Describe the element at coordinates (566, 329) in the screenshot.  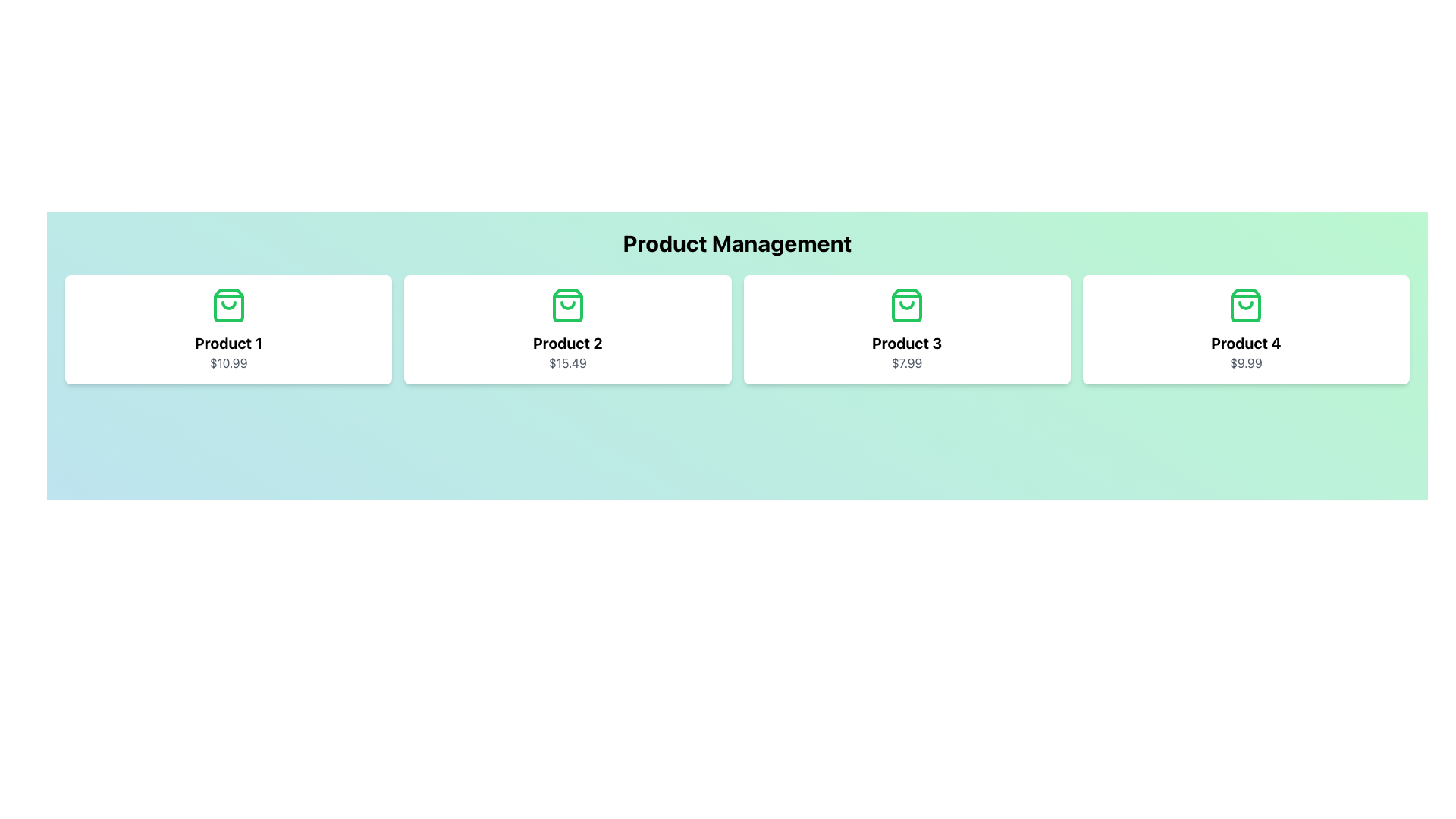
I see `the product item card displaying basic product information, which is the second card in a grid, located between 'Product 1 - $10.99' and 'Product 3 - $7.99'` at that location.